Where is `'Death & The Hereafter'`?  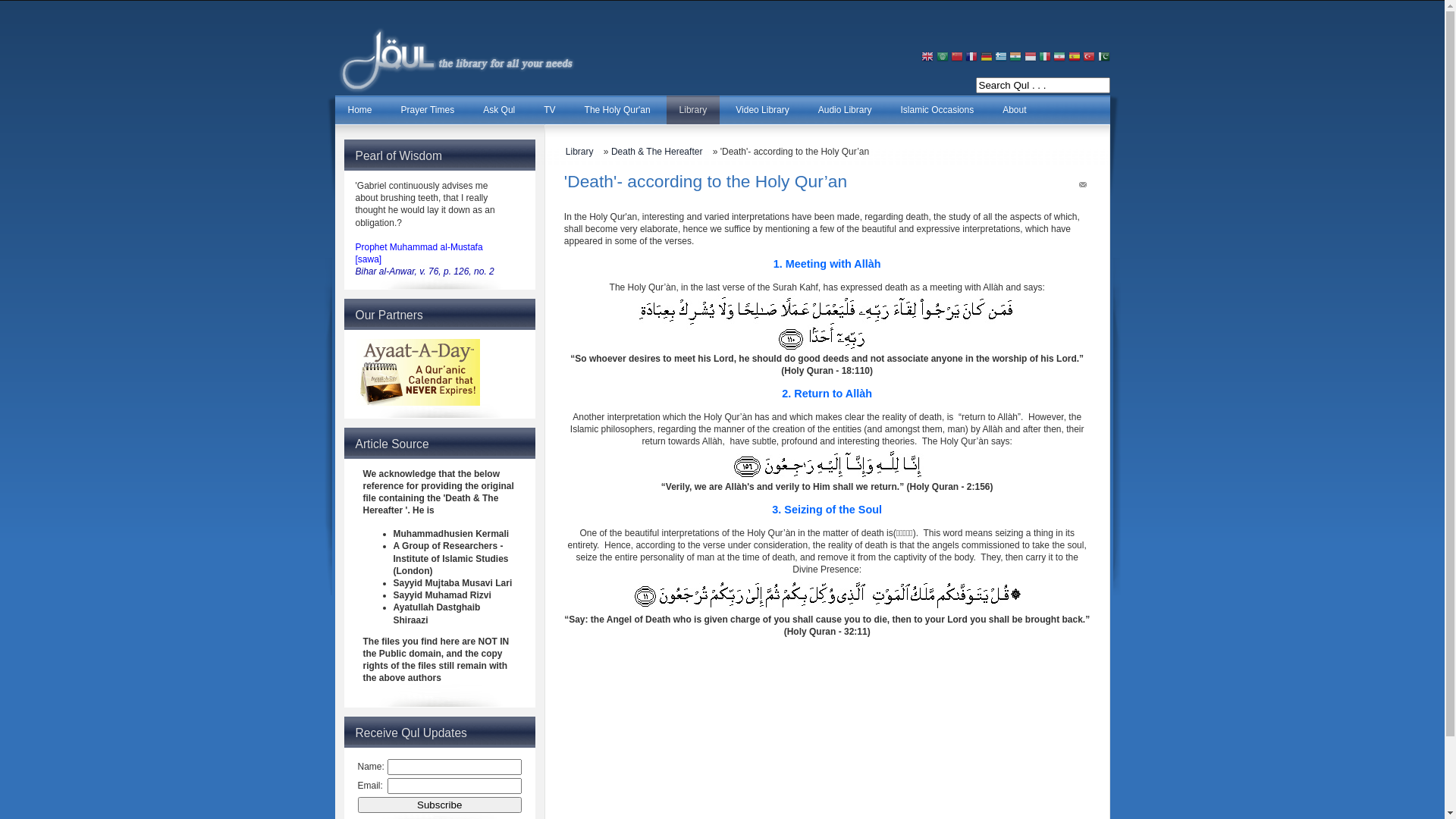 'Death & The Hereafter' is located at coordinates (661, 152).